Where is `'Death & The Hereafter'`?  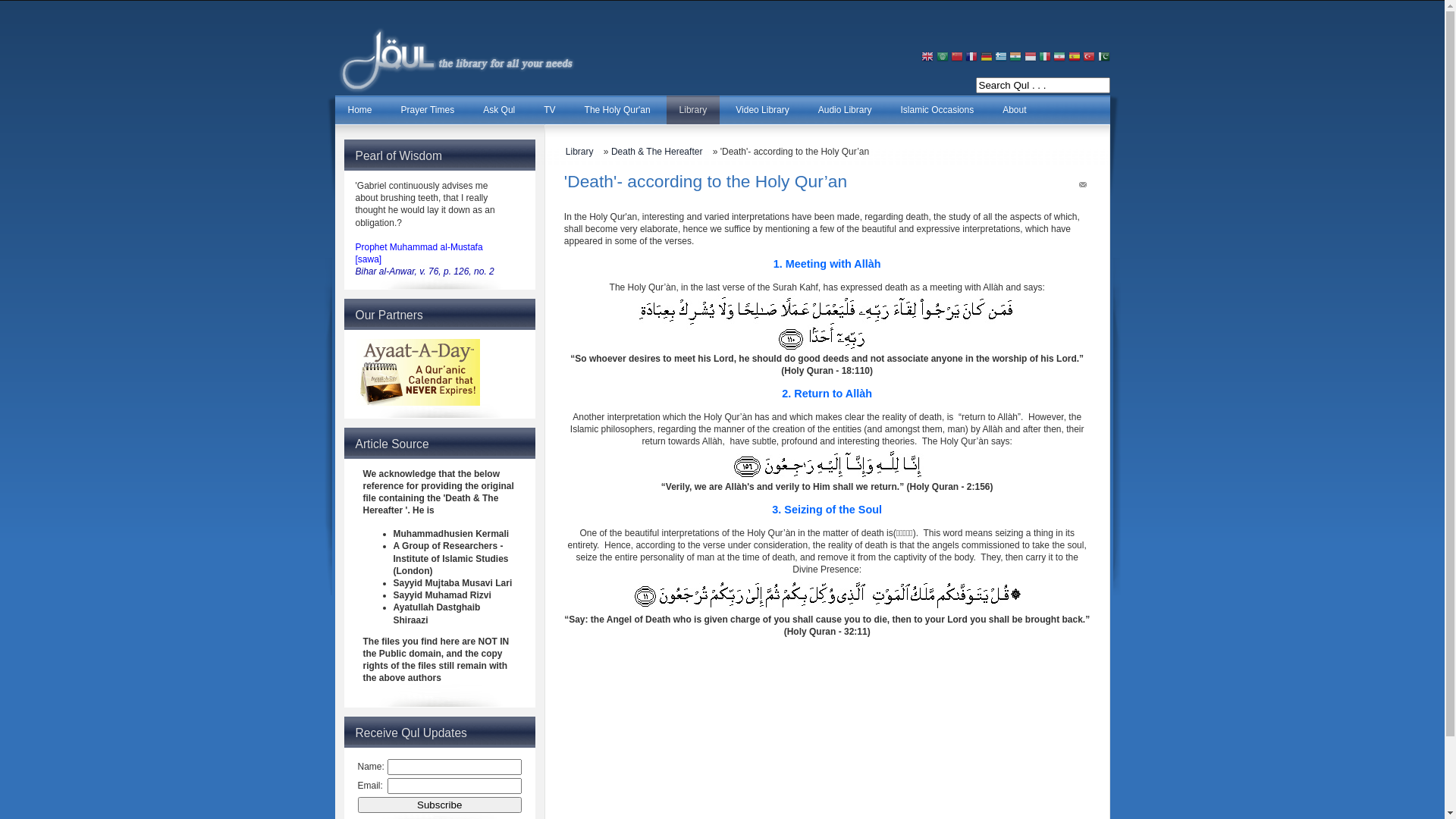 'Death & The Hereafter' is located at coordinates (661, 152).